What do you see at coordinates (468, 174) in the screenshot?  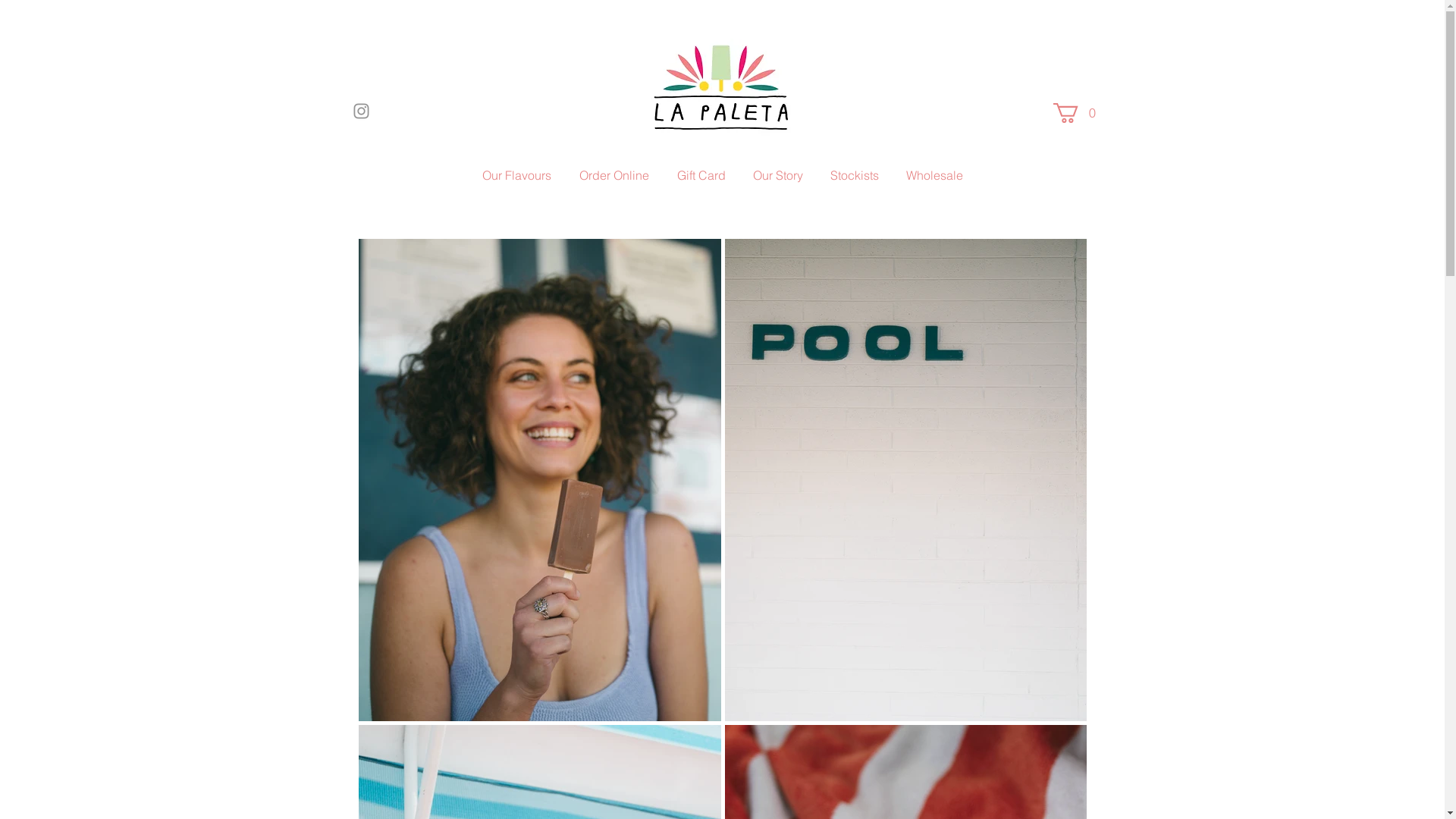 I see `'Our Flavours'` at bounding box center [468, 174].